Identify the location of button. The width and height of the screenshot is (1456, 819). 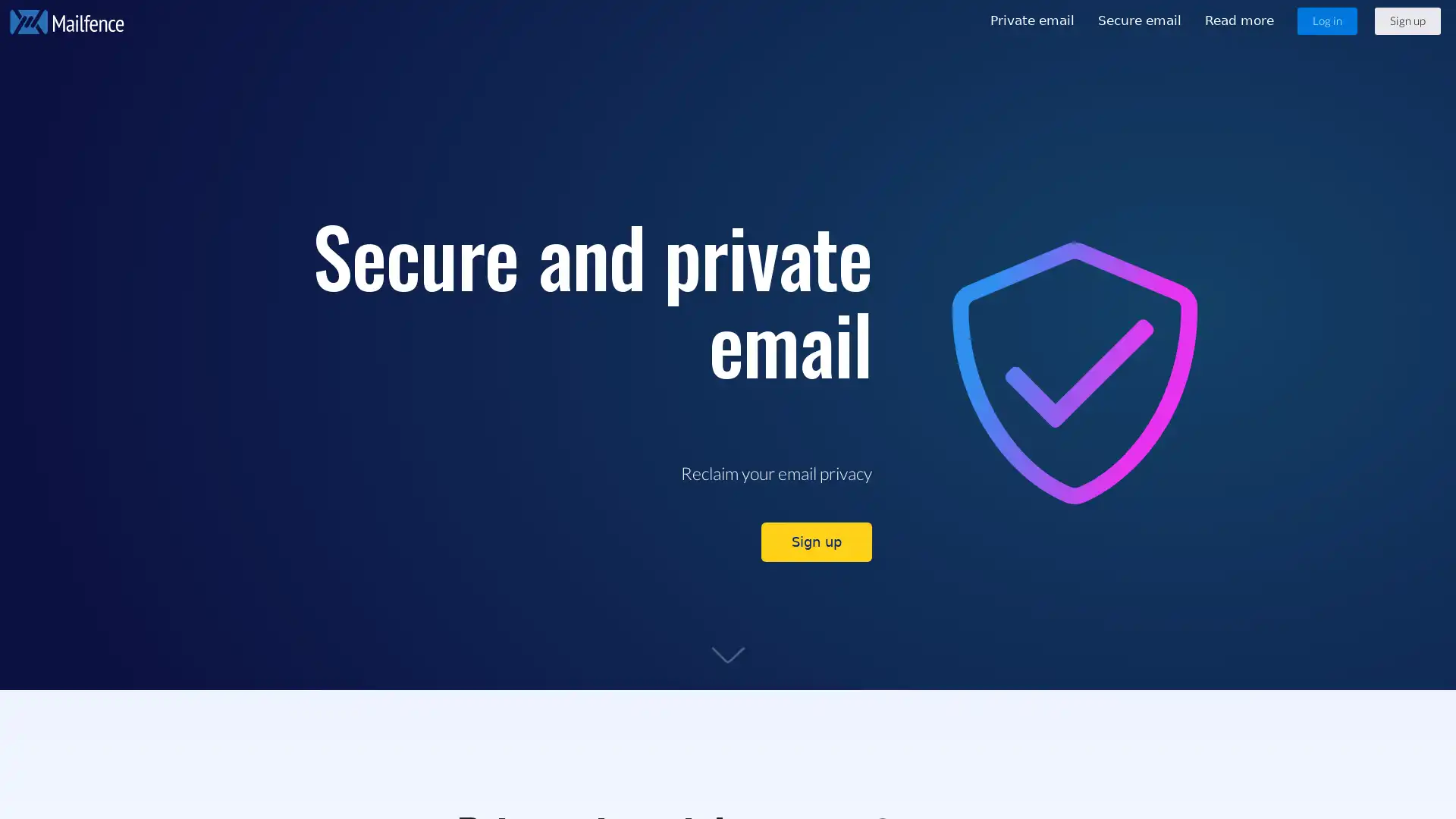
(1407, 20).